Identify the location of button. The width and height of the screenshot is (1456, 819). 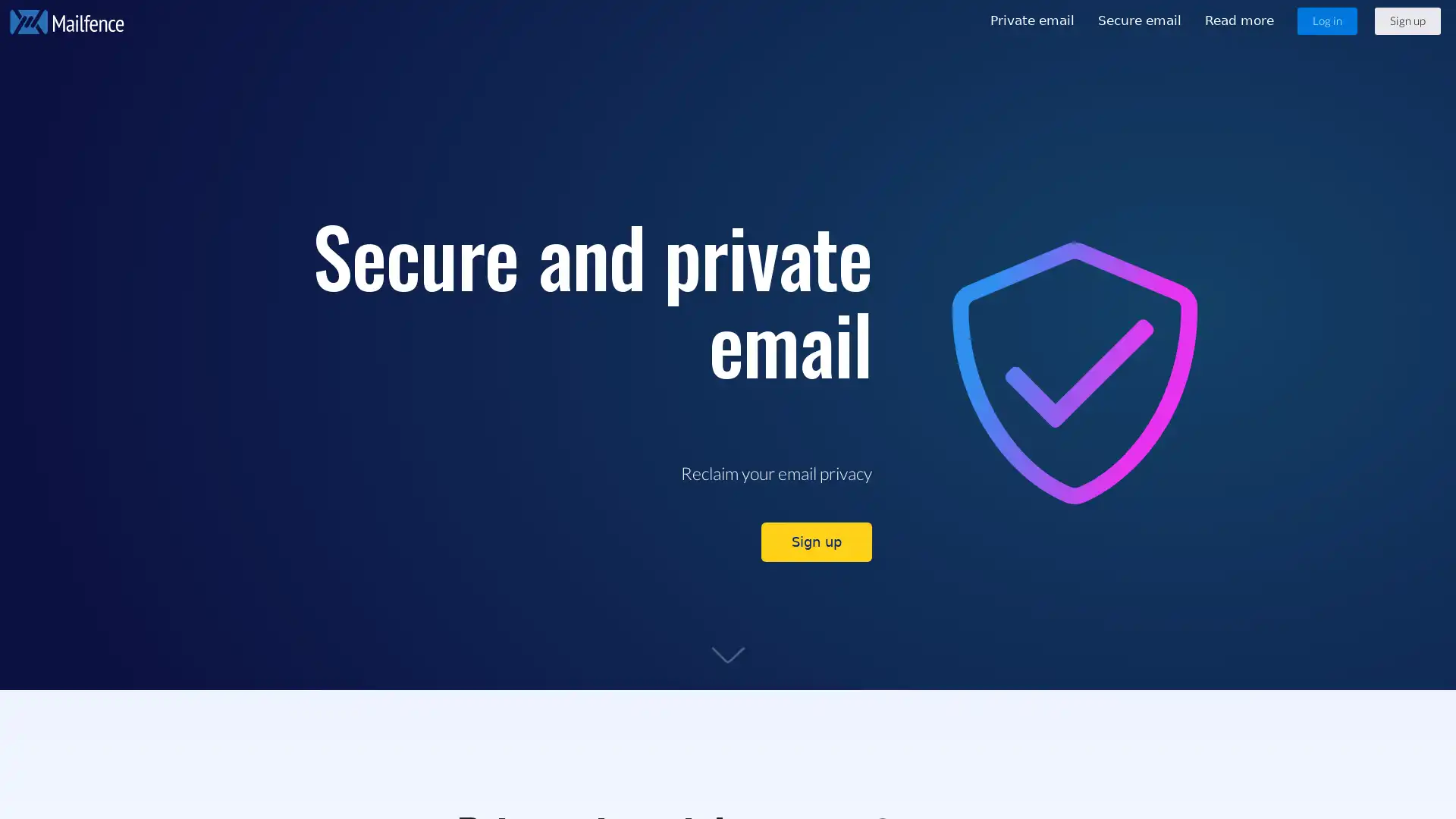
(1407, 20).